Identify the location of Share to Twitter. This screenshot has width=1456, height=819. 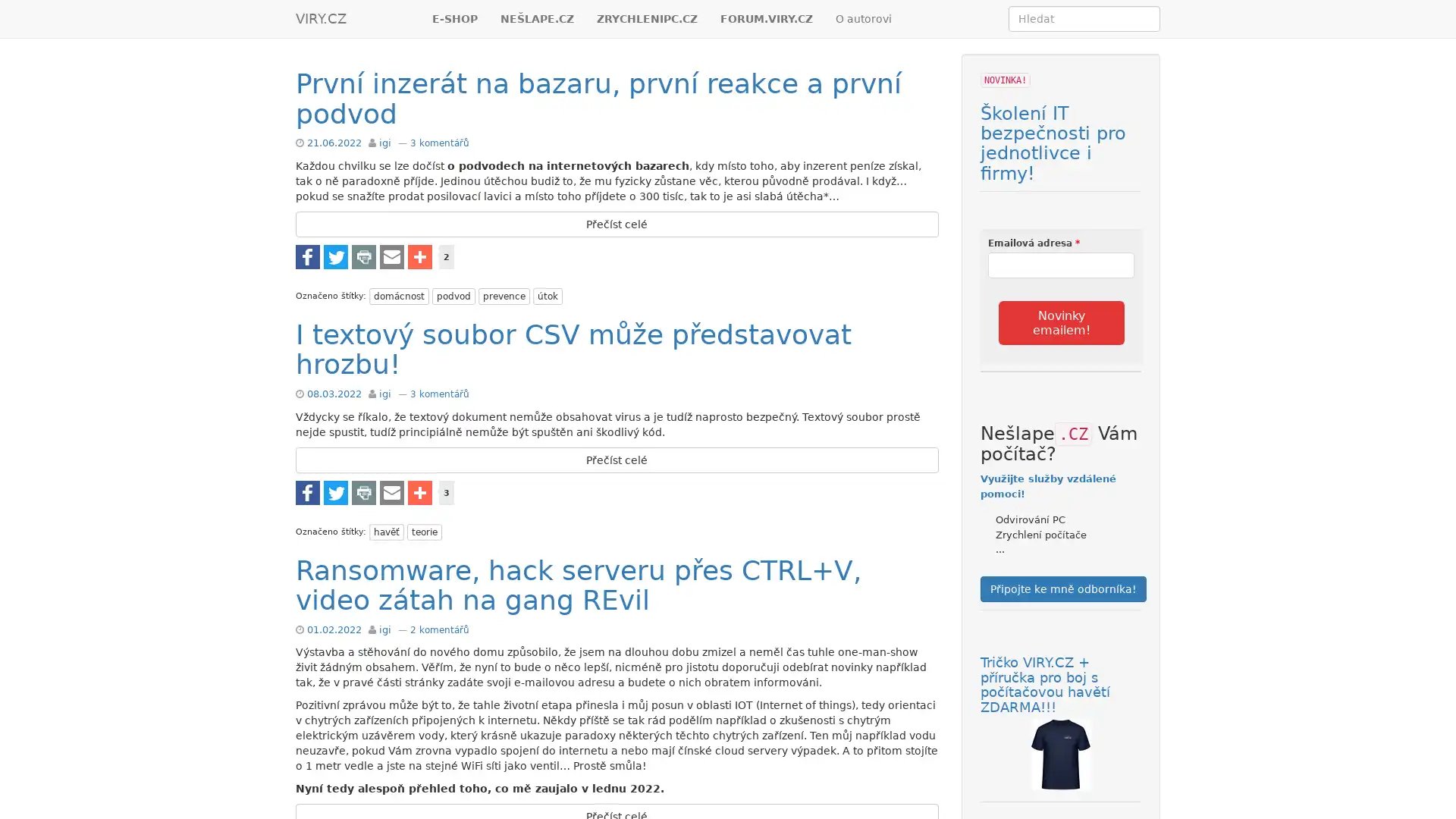
(334, 256).